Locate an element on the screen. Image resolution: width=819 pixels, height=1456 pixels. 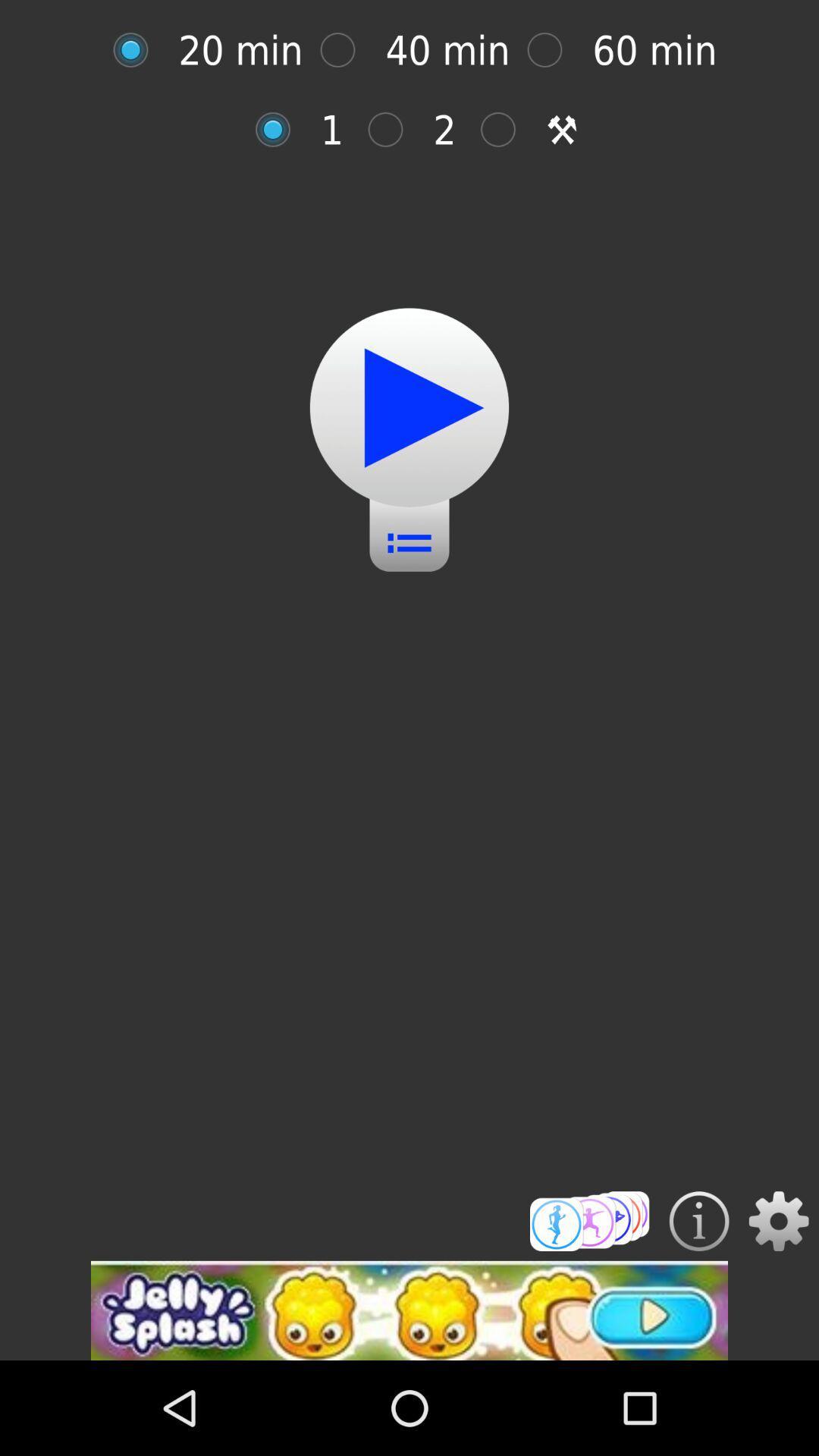
bring up settings is located at coordinates (779, 1221).